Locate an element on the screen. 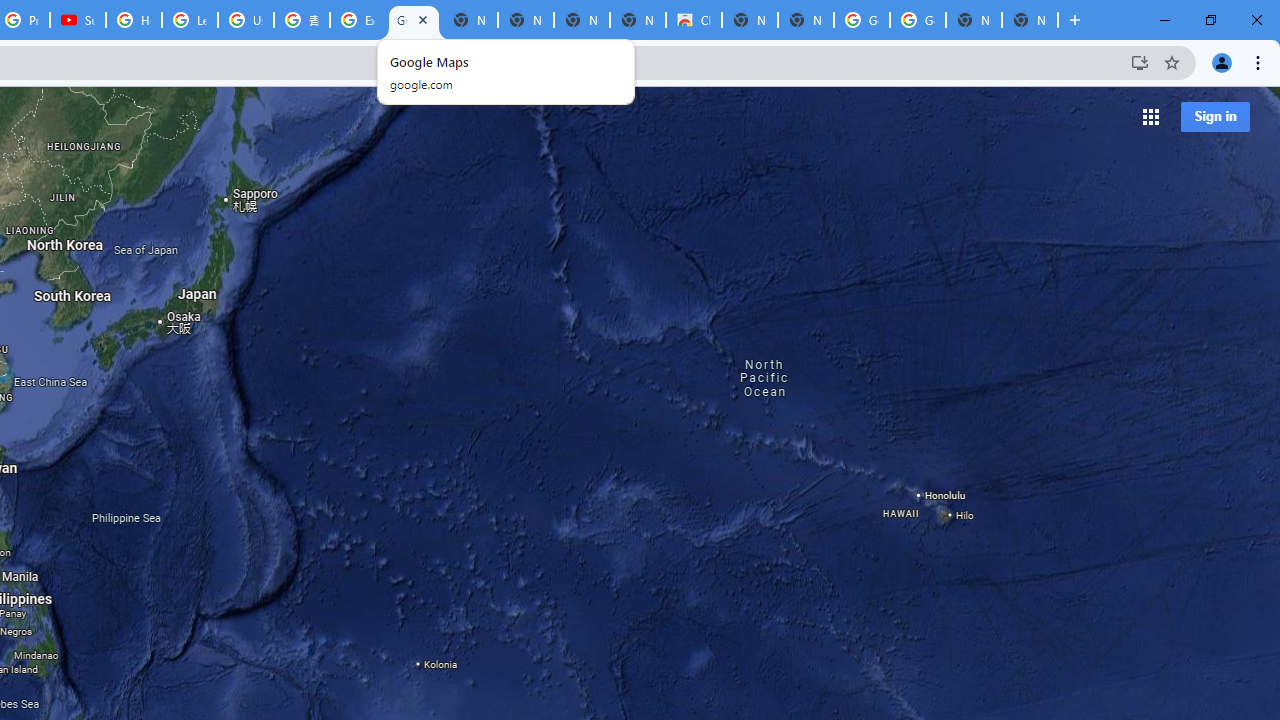 This screenshot has height=720, width=1280. 'Explore new street-level details - Google Maps Help' is located at coordinates (358, 20).